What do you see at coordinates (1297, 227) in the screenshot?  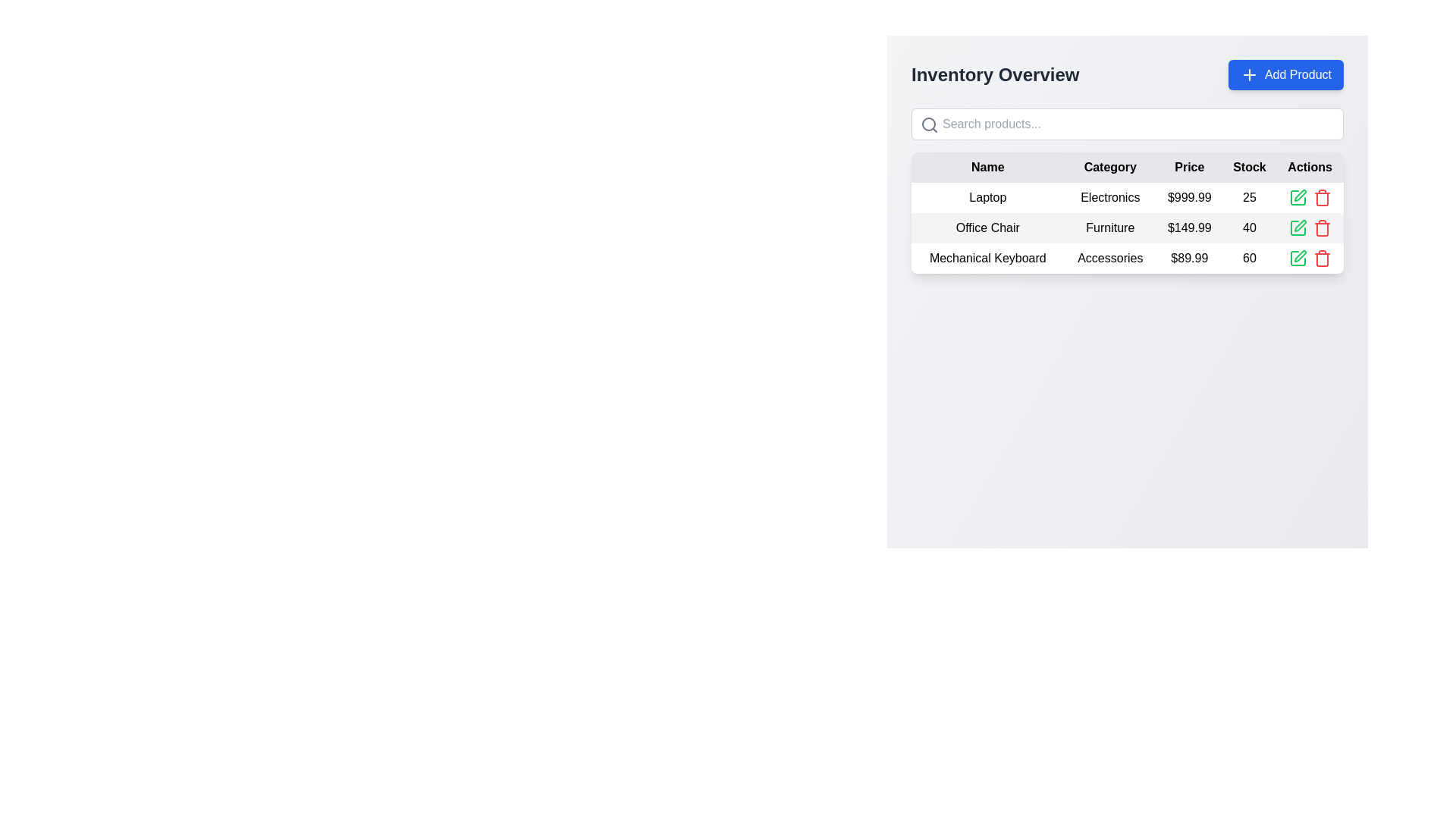 I see `the green pen icon in the actions column of the second row in the inventory table to initiate editing for the 'Office Chair'` at bounding box center [1297, 227].